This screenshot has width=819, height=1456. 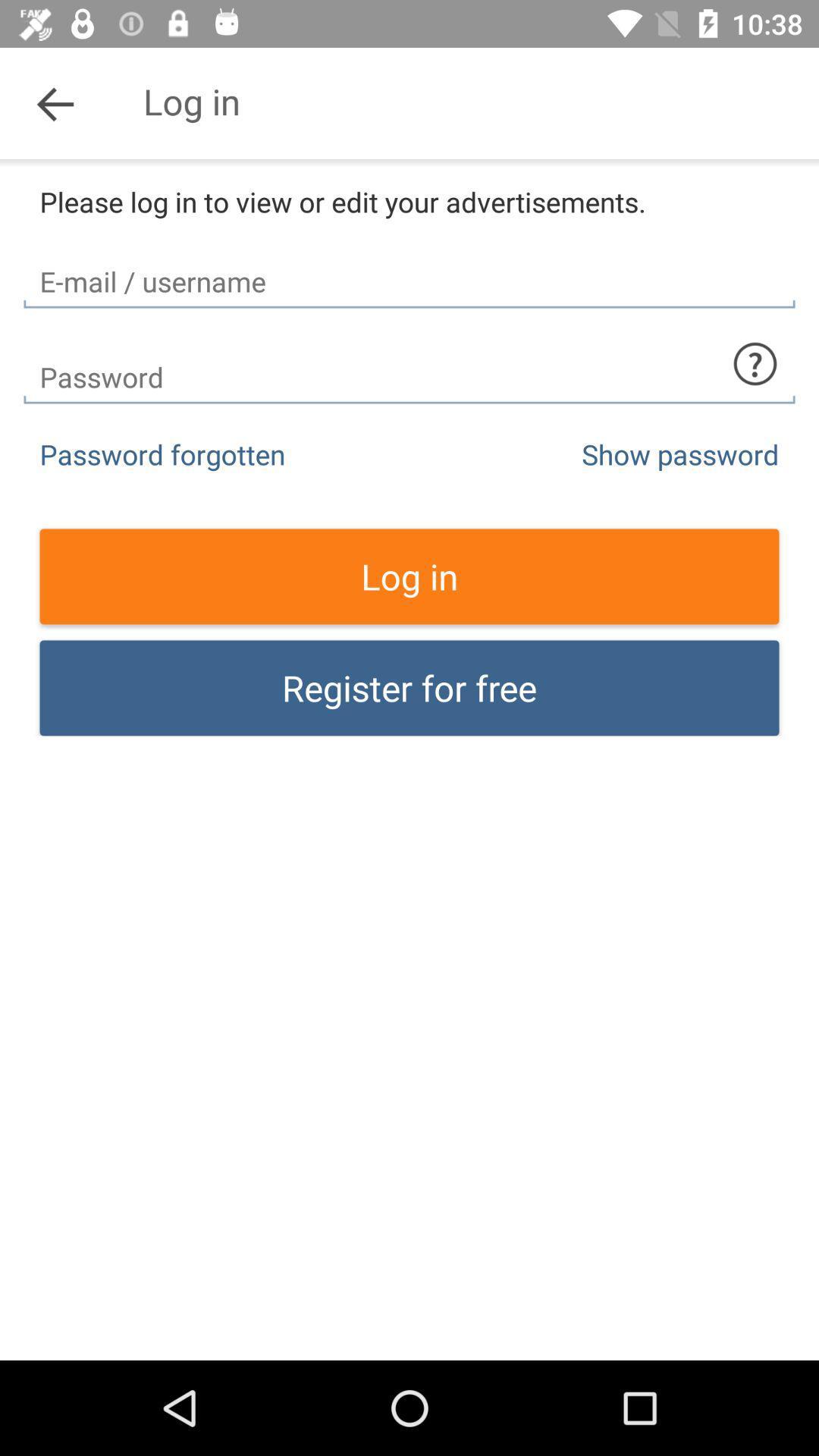 What do you see at coordinates (755, 364) in the screenshot?
I see `login help` at bounding box center [755, 364].